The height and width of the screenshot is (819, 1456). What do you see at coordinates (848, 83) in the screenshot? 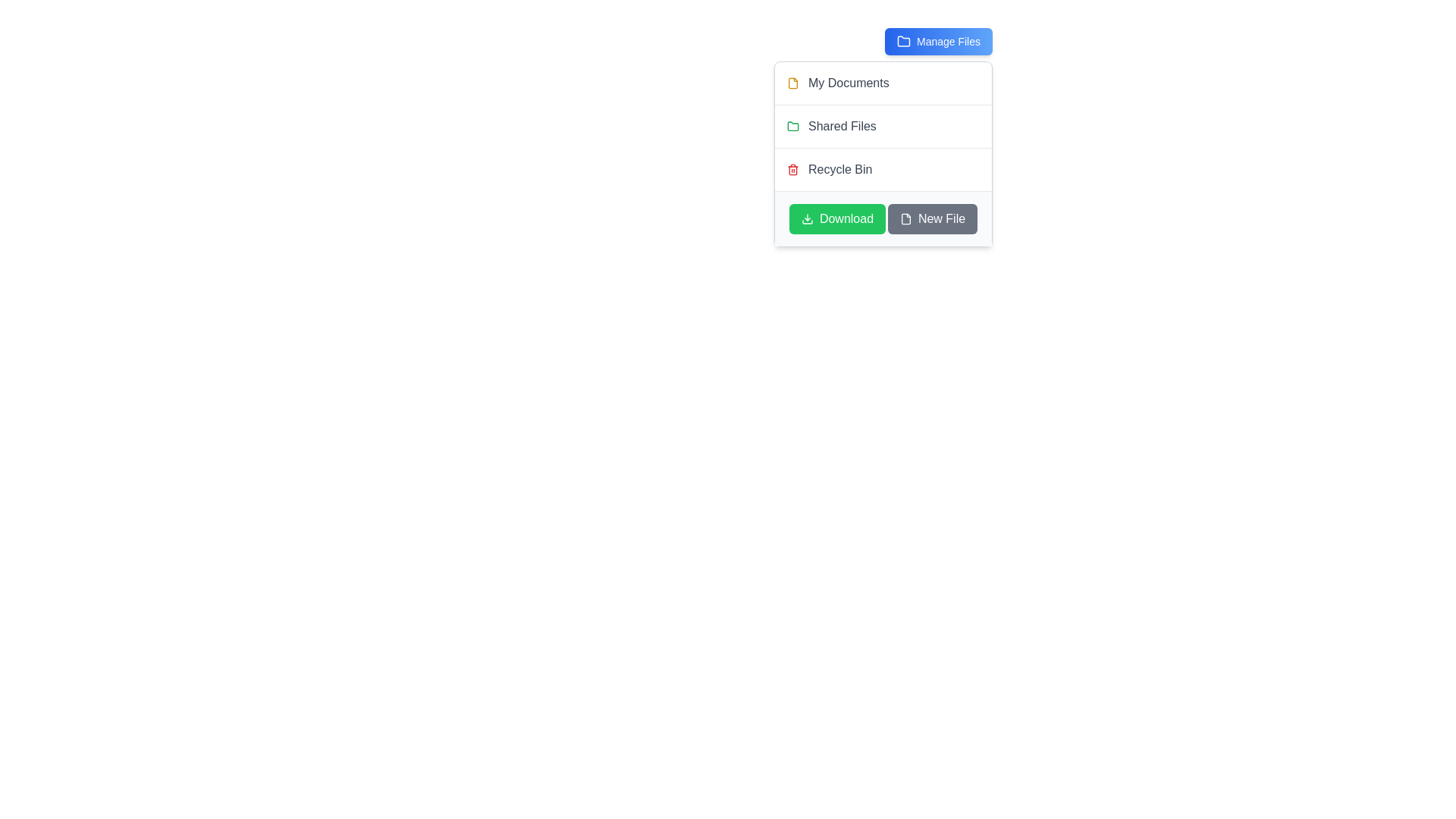
I see `text label displaying 'My Documents' located to the right of a yellow file icon in the first row of the layered menu interface` at bounding box center [848, 83].